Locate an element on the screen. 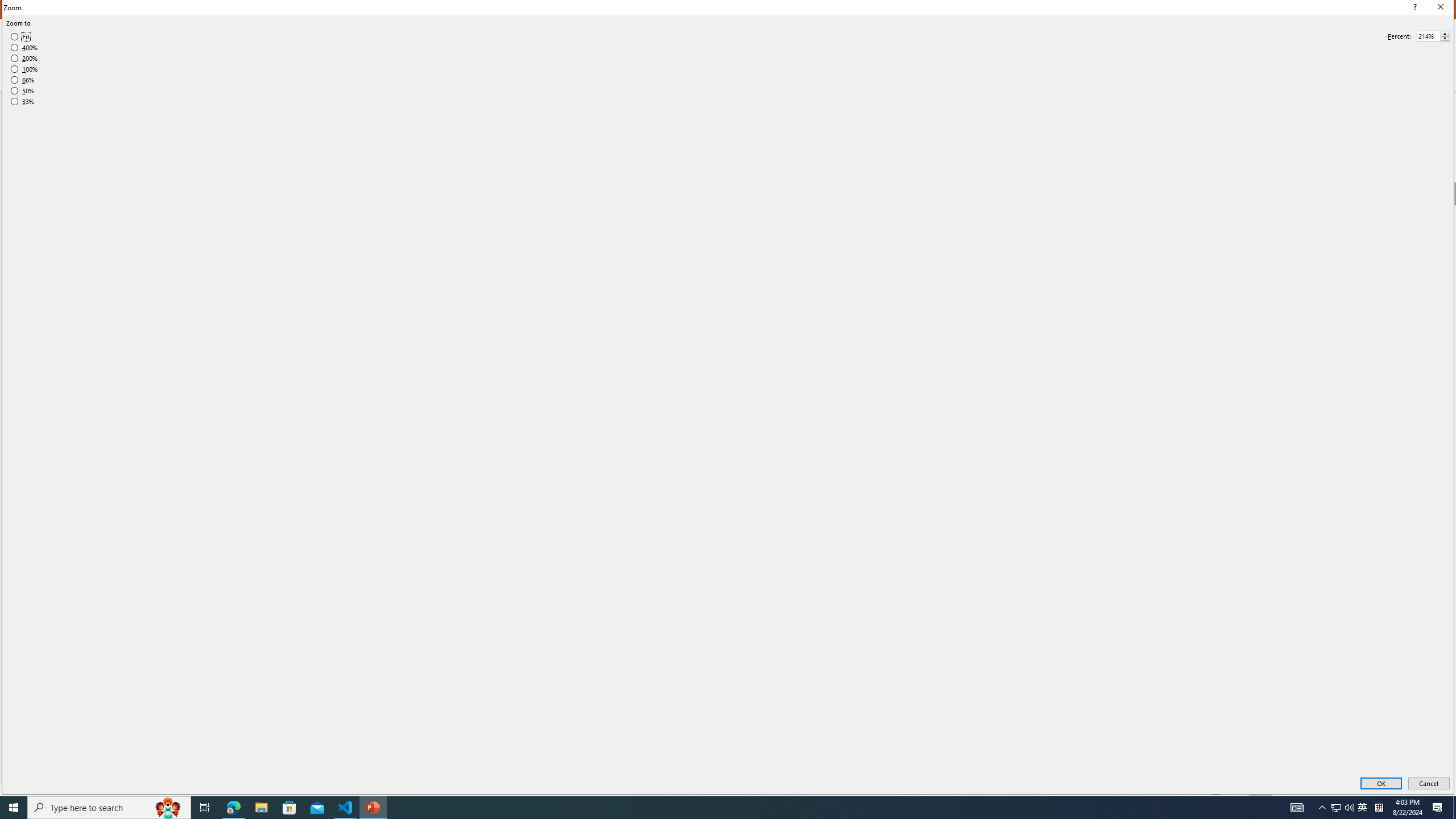  '200%' is located at coordinates (24, 58).